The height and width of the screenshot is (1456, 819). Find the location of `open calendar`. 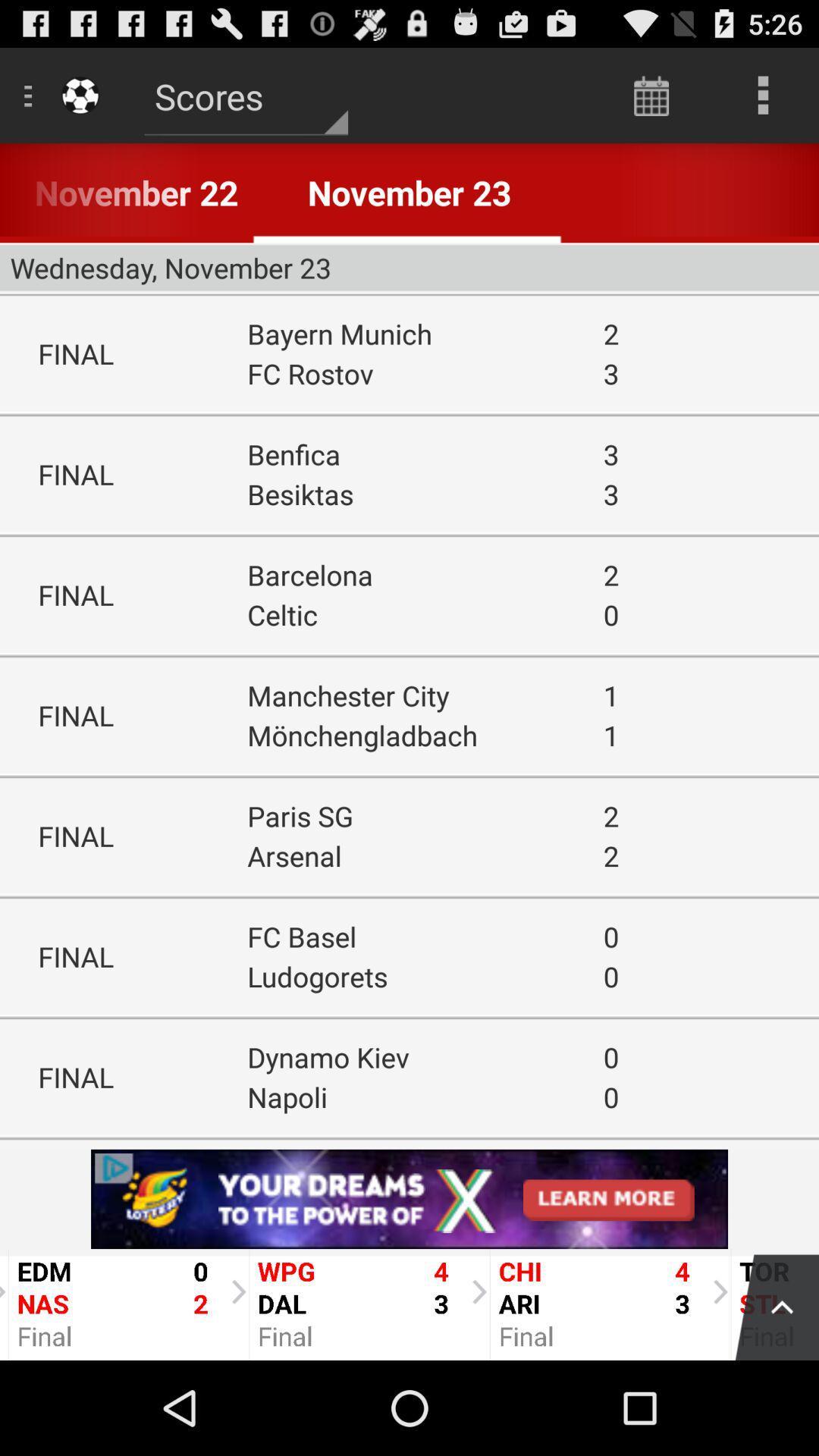

open calendar is located at coordinates (651, 94).